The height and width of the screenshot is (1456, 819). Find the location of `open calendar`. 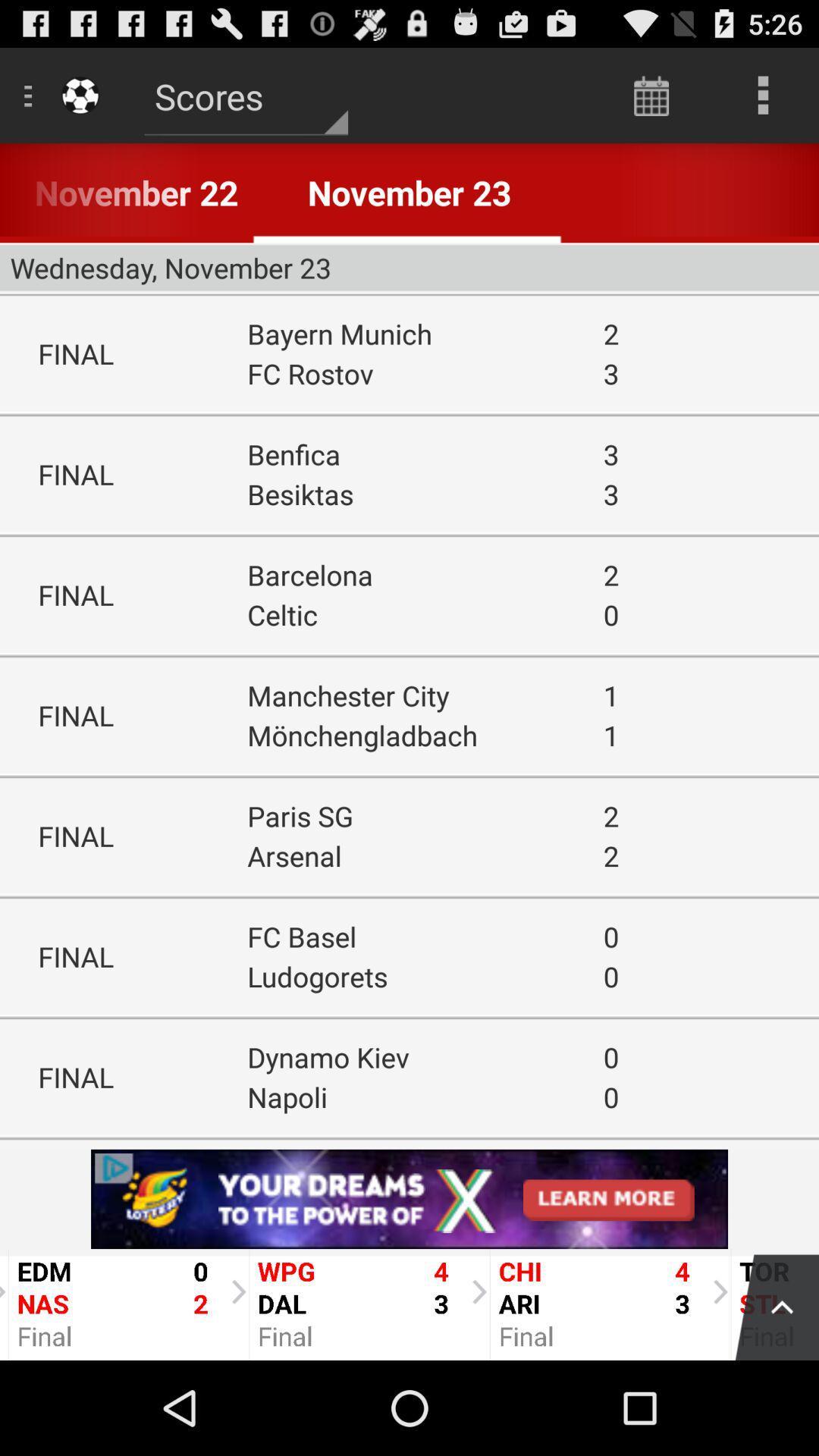

open calendar is located at coordinates (651, 94).